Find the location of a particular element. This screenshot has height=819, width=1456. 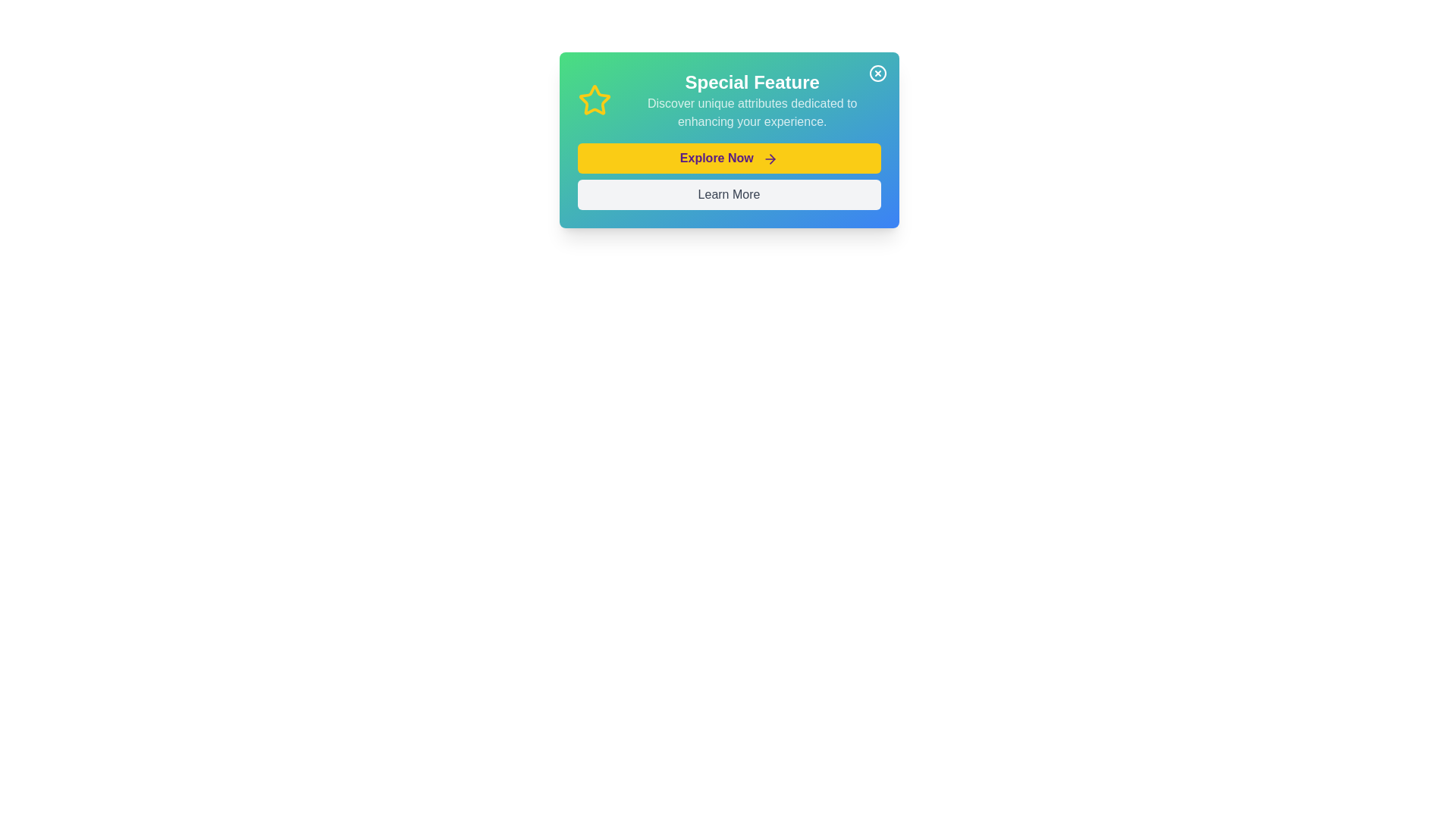

the arrow located on the right side of the 'Explore Now' button is located at coordinates (770, 158).